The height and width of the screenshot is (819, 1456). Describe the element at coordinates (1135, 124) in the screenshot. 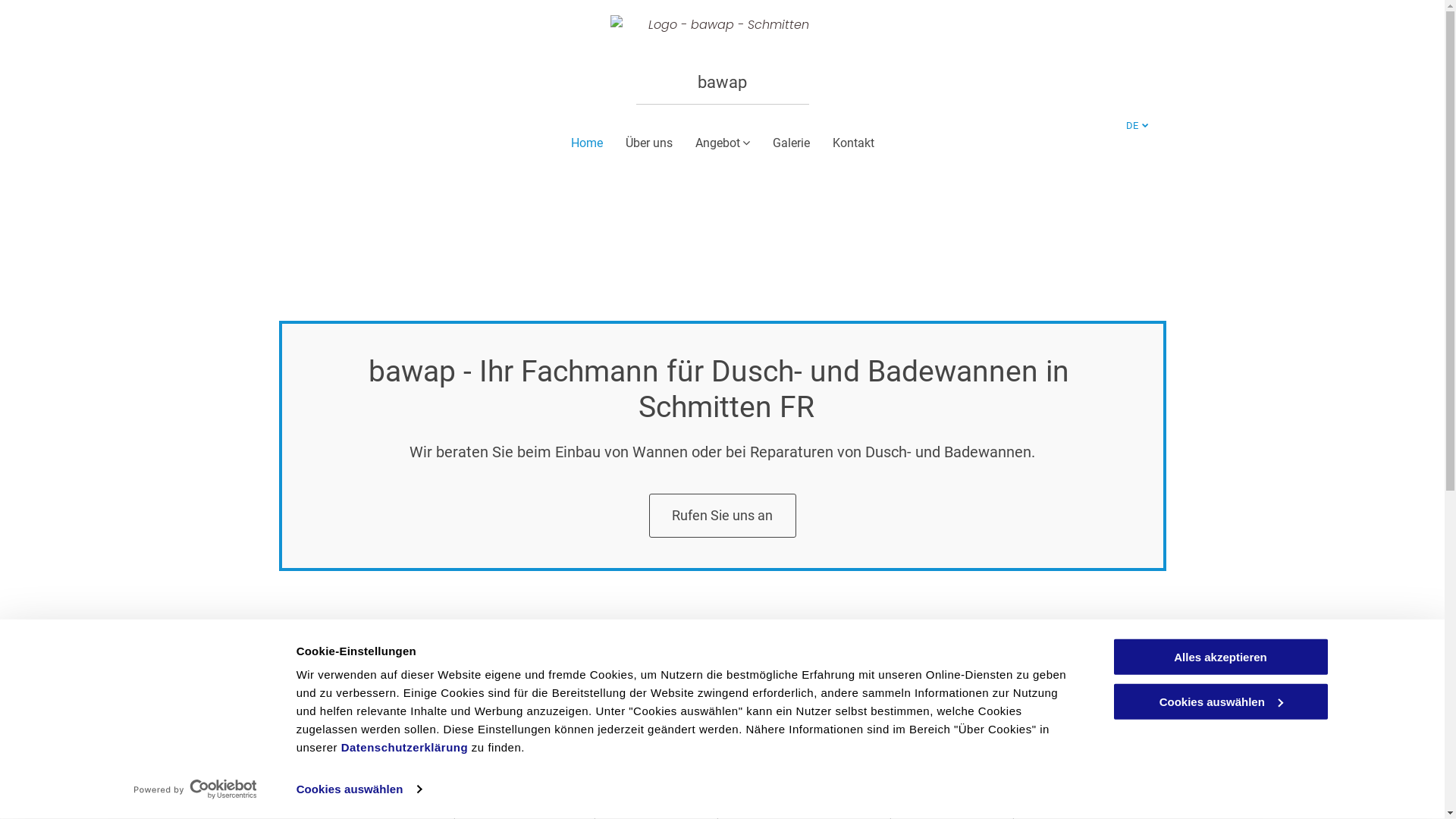

I see `'DE'` at that location.